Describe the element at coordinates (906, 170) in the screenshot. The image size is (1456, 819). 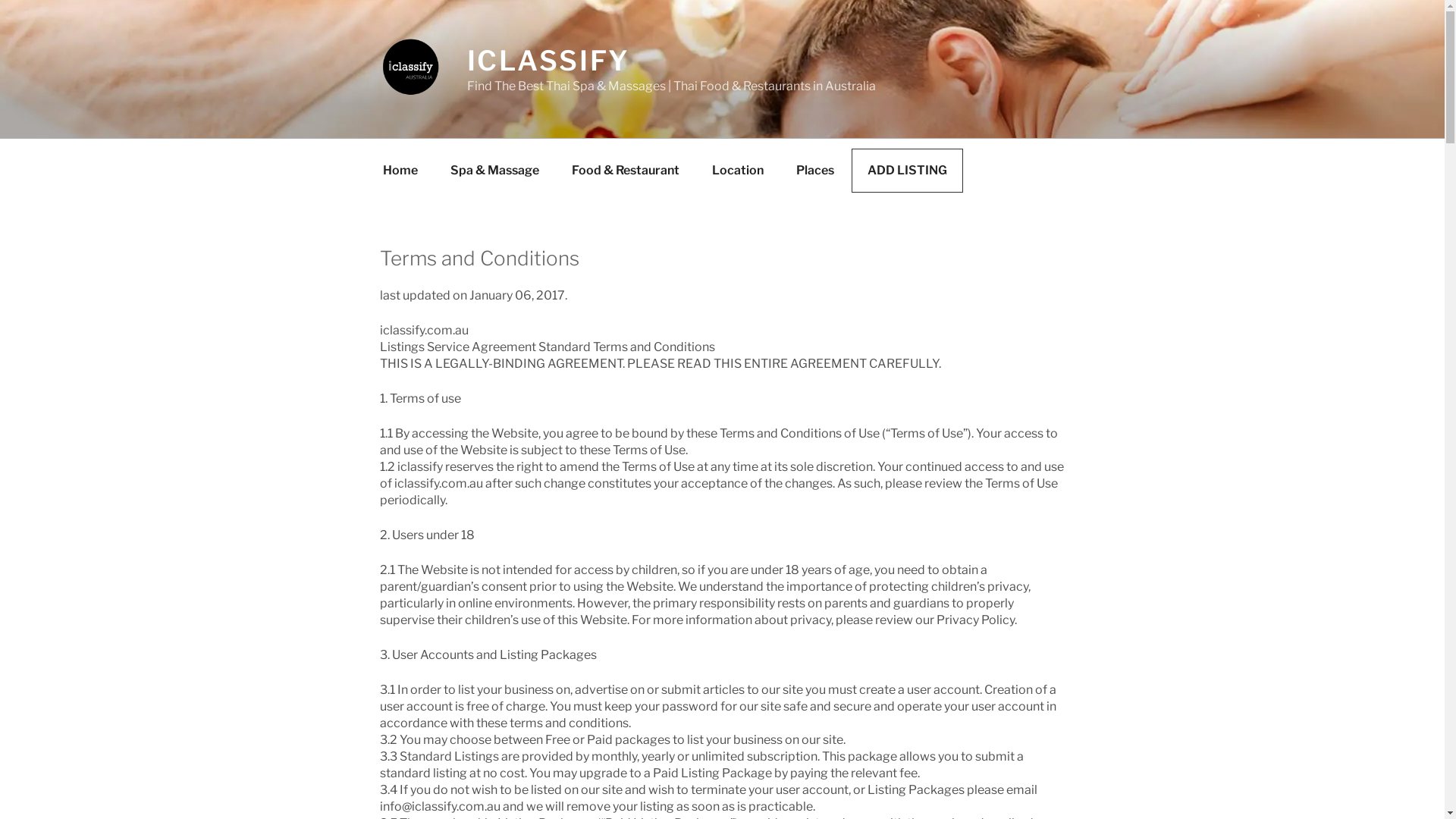
I see `'ADD LISTING'` at that location.